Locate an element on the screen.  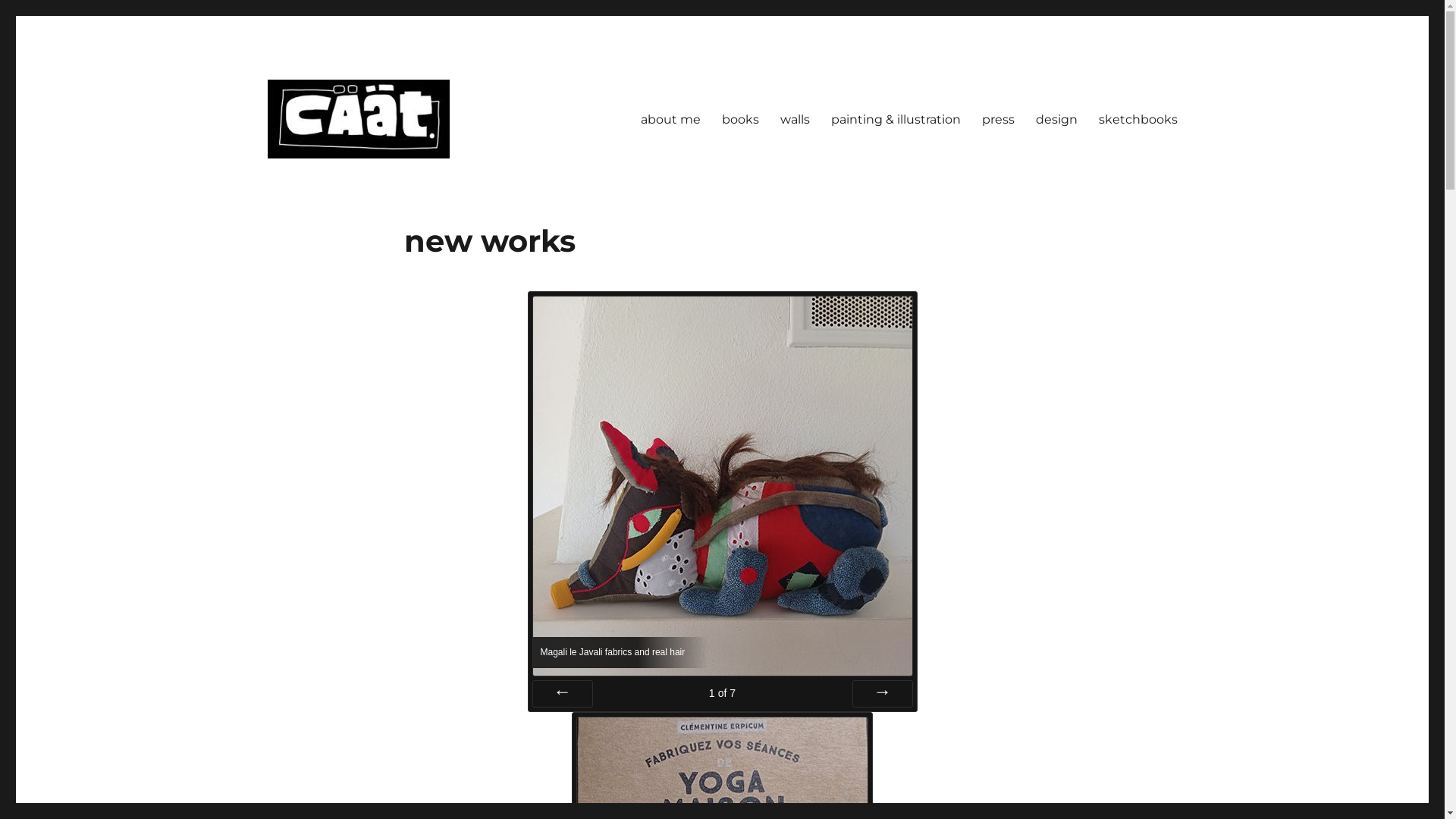
'about me' is located at coordinates (669, 118).